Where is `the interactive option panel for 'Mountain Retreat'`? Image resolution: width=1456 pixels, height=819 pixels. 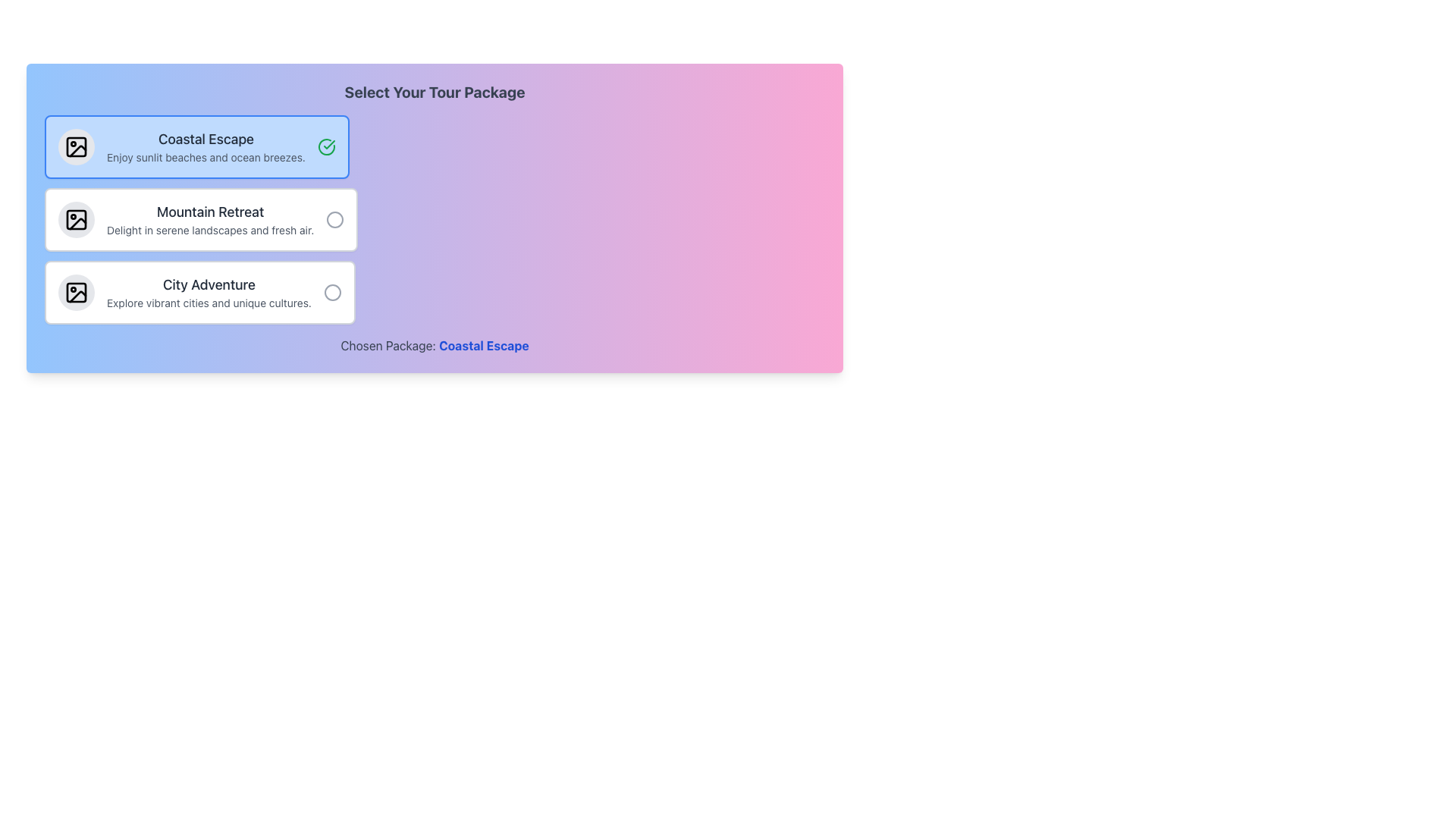 the interactive option panel for 'Mountain Retreat' is located at coordinates (200, 219).